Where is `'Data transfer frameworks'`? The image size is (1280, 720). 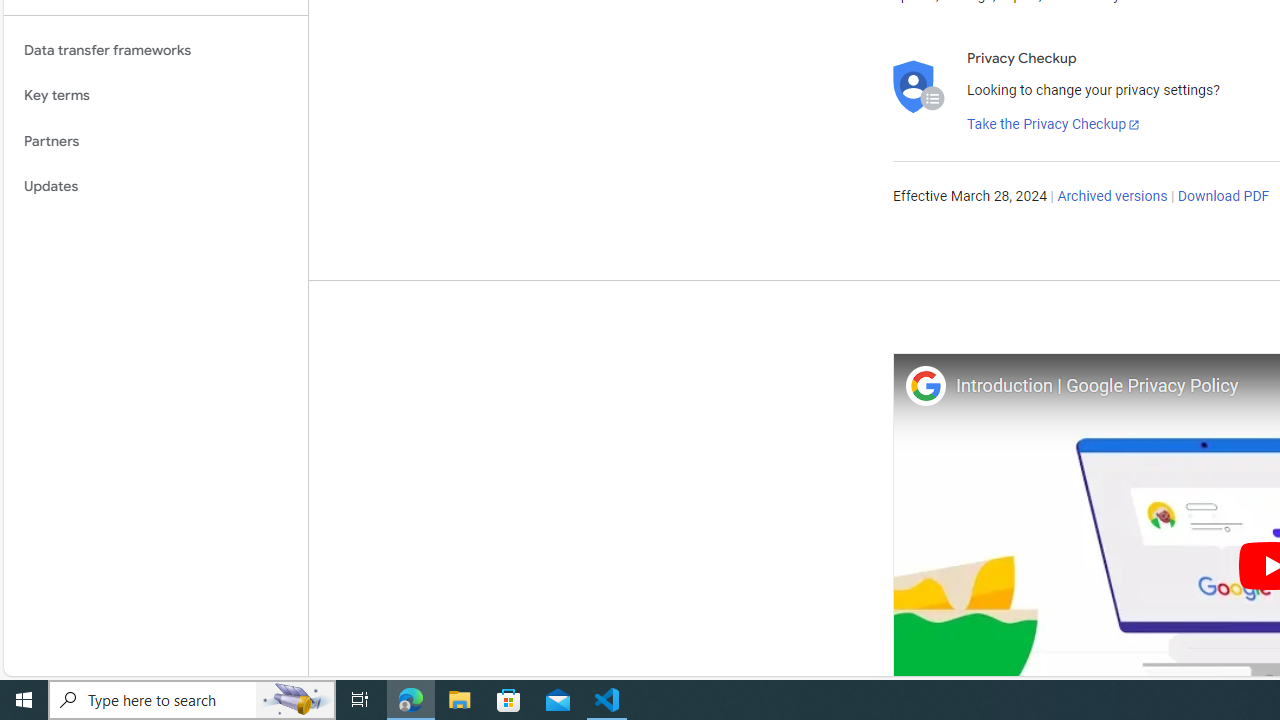
'Data transfer frameworks' is located at coordinates (155, 49).